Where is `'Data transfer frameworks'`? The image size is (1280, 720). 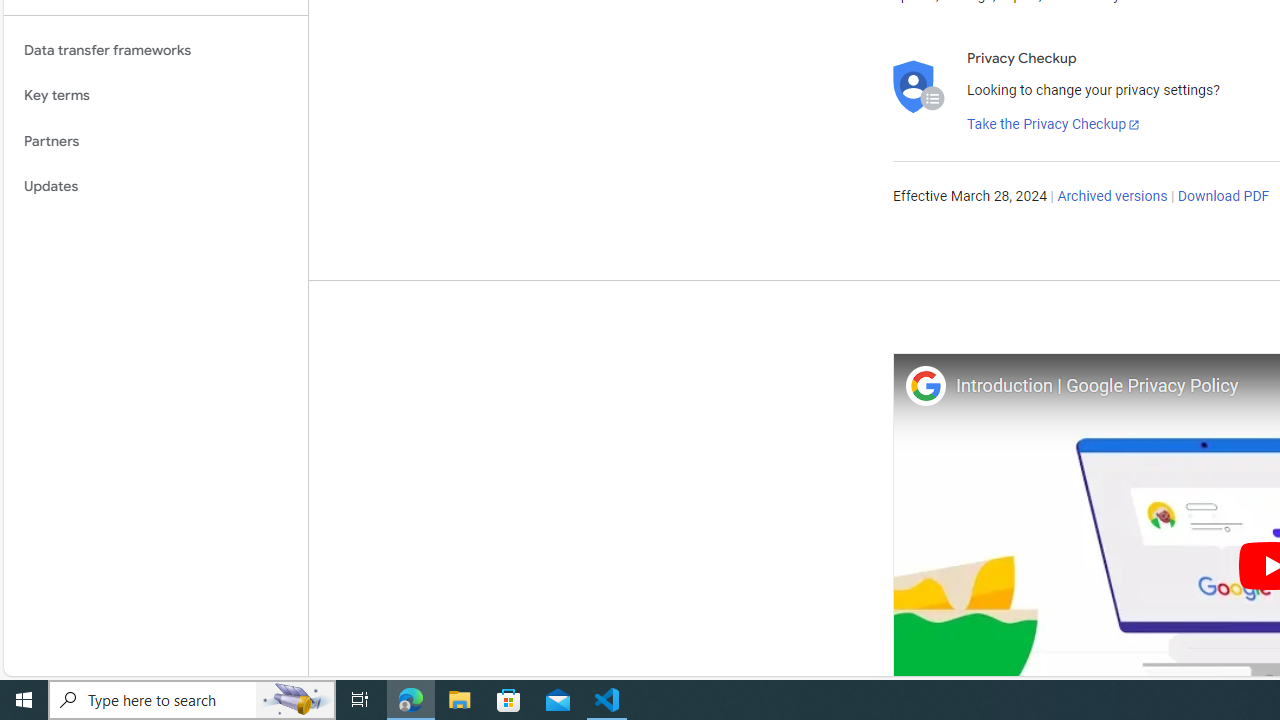
'Data transfer frameworks' is located at coordinates (155, 49).